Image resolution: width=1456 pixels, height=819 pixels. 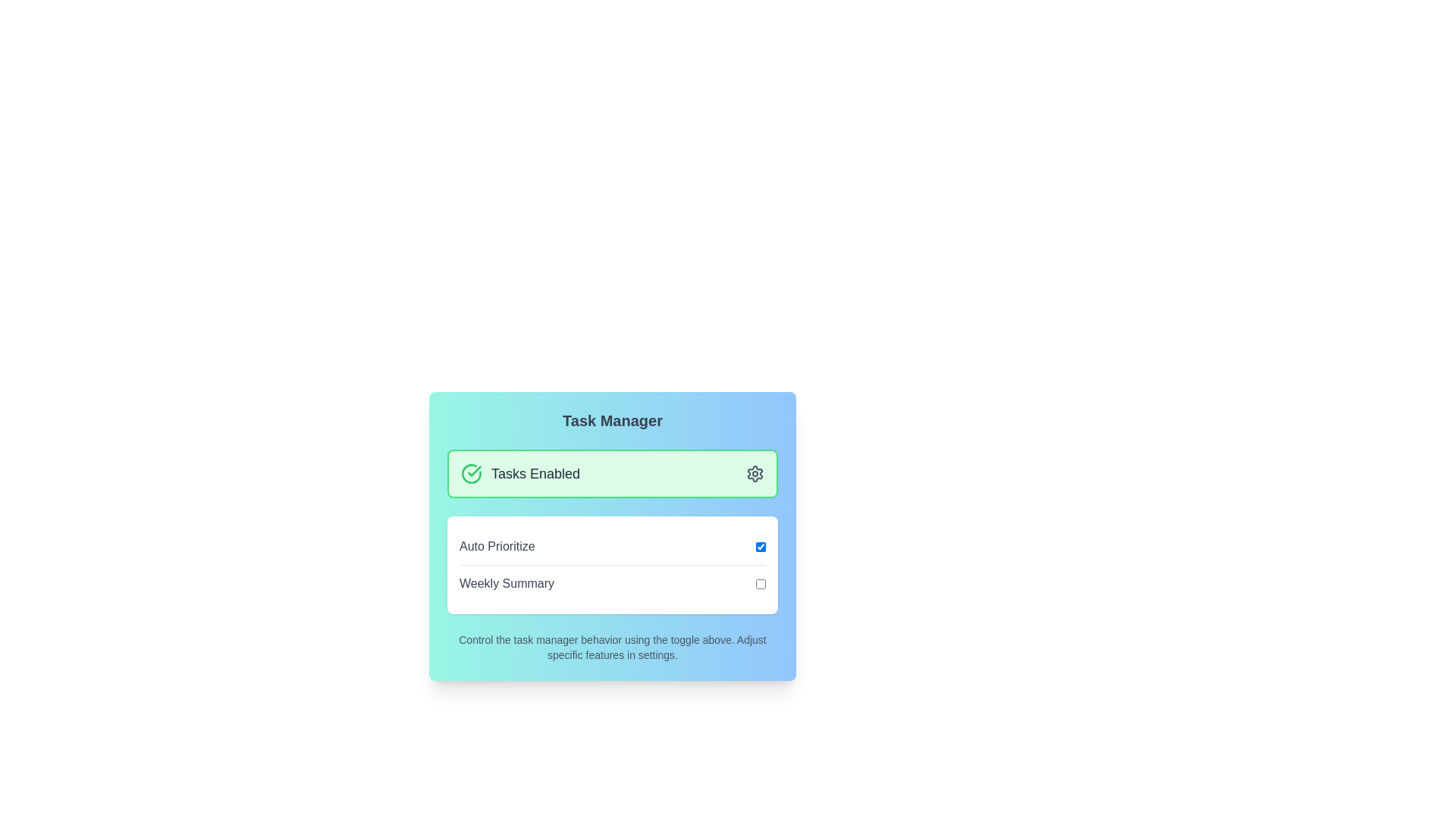 What do you see at coordinates (471, 472) in the screenshot?
I see `the green-bordered circular icon resembling a check mark inside a circle, located to the left of the 'Tasks Enabled' text in the Task Manager interface` at bounding box center [471, 472].